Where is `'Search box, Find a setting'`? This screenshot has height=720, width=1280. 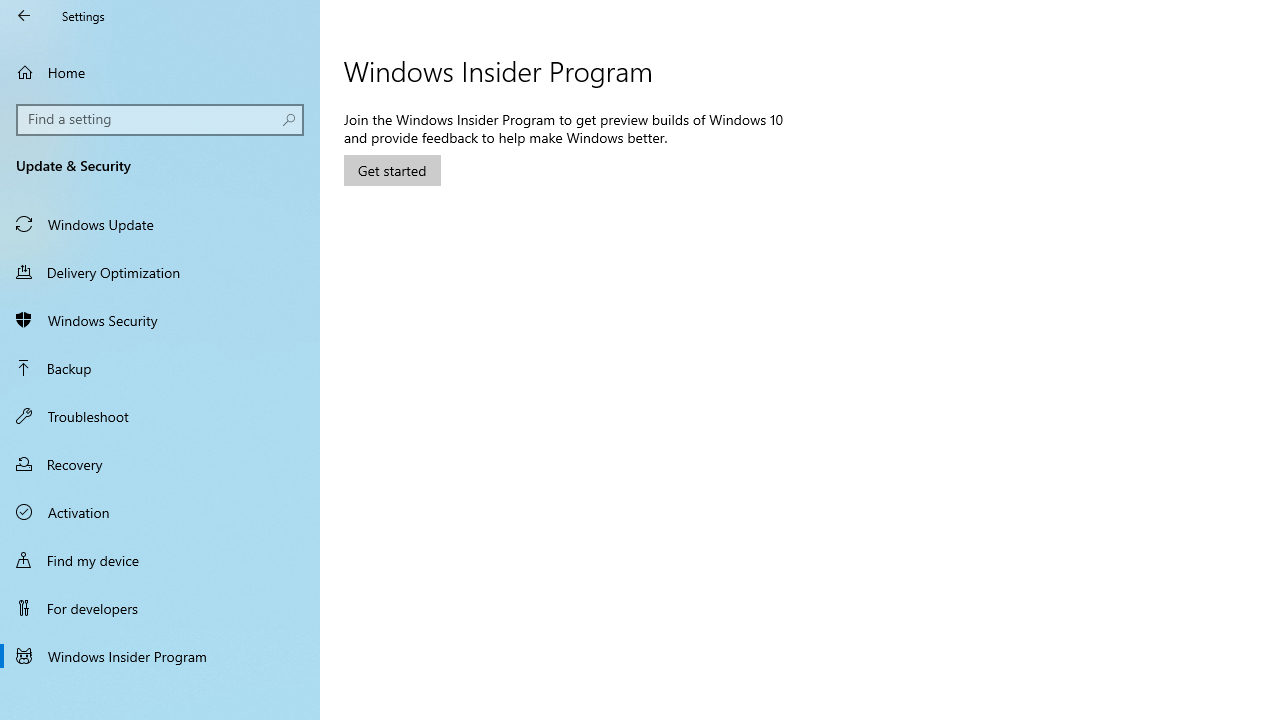 'Search box, Find a setting' is located at coordinates (160, 119).